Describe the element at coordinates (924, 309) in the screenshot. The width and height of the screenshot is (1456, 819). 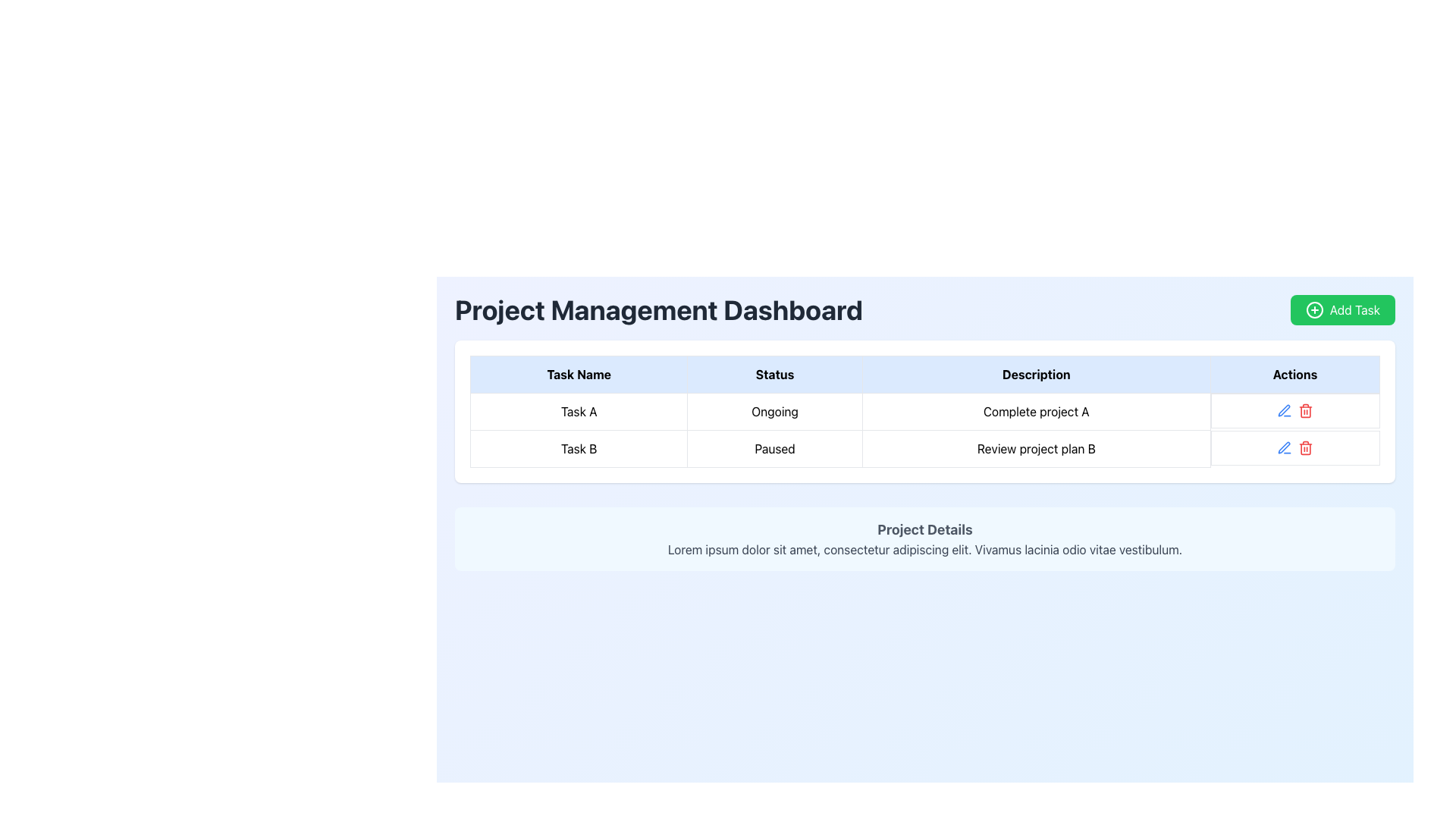
I see `the Header section labeled 'Project Management Dashboard' which contains the 'Add Task' button for navigation` at that location.